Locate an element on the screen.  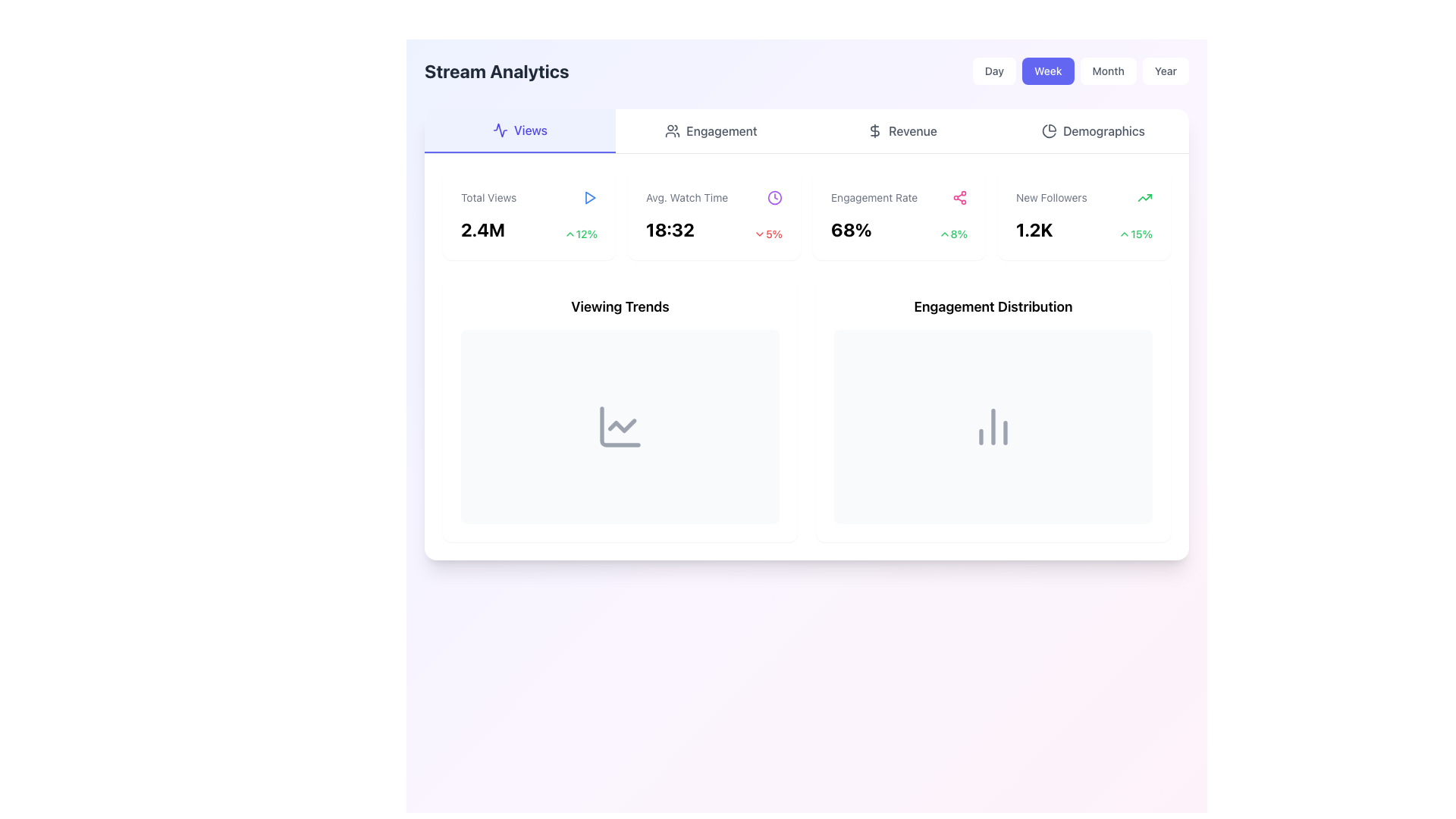
the SVG share icon located near the top center of the display, next to the engagement rate text '68%', which is represented by three connected pink circles forming a triangular shape is located at coordinates (959, 197).